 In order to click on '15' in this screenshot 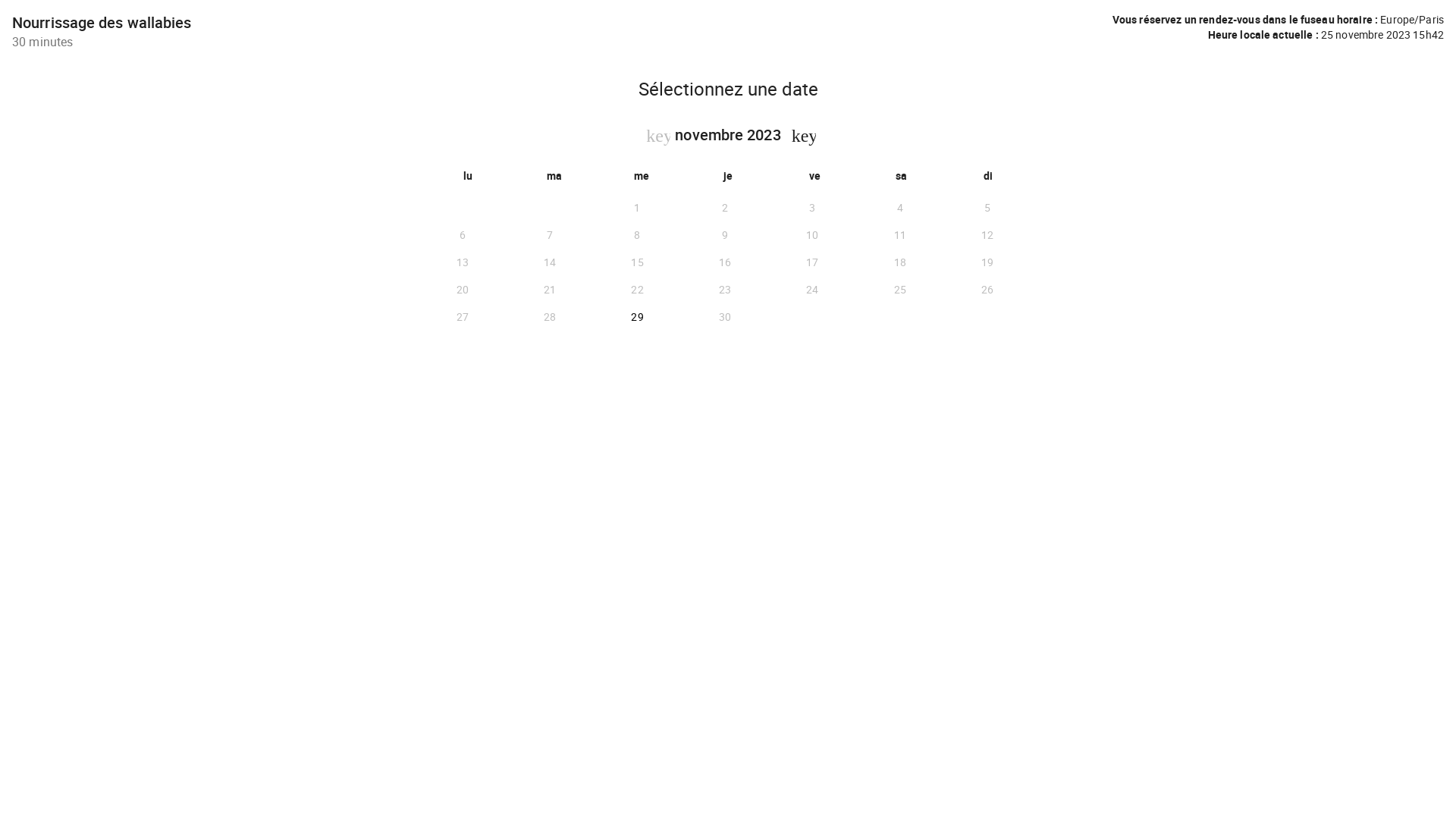, I will do `click(592, 262)`.